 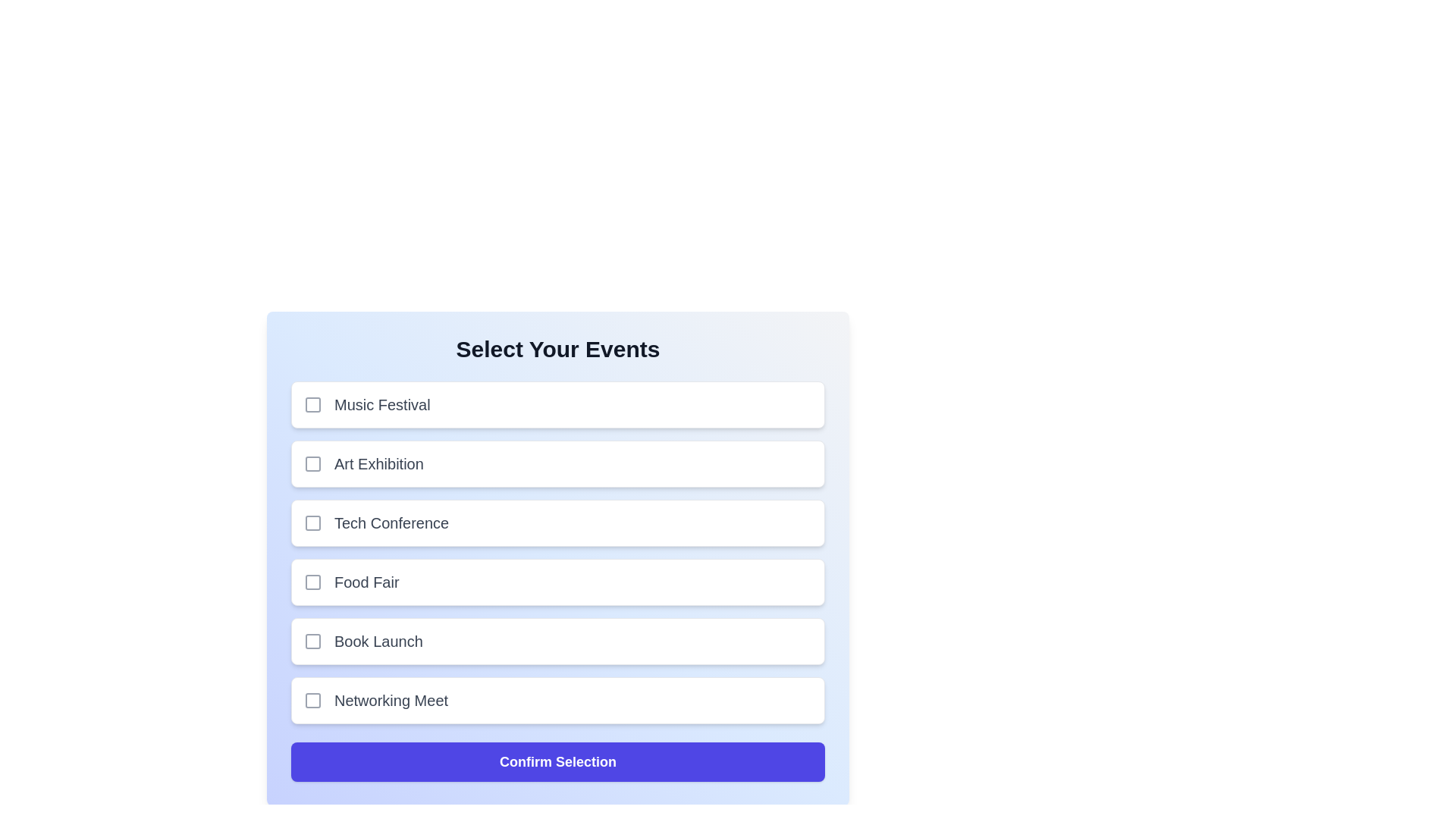 I want to click on the event Music Festival to observe the hover effect, so click(x=557, y=403).